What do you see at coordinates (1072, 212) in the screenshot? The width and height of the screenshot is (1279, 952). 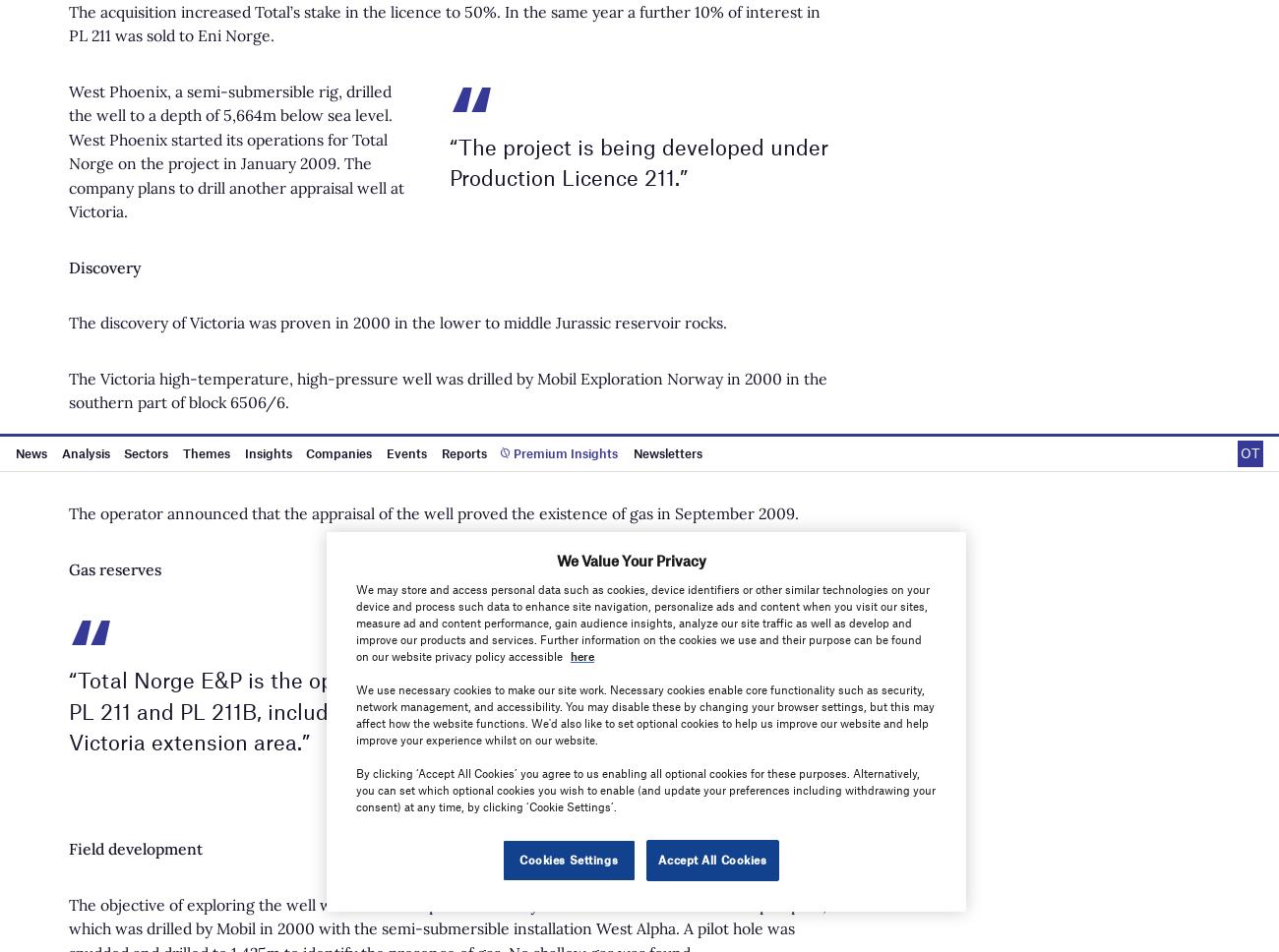 I see `'Privacy policy'` at bounding box center [1072, 212].